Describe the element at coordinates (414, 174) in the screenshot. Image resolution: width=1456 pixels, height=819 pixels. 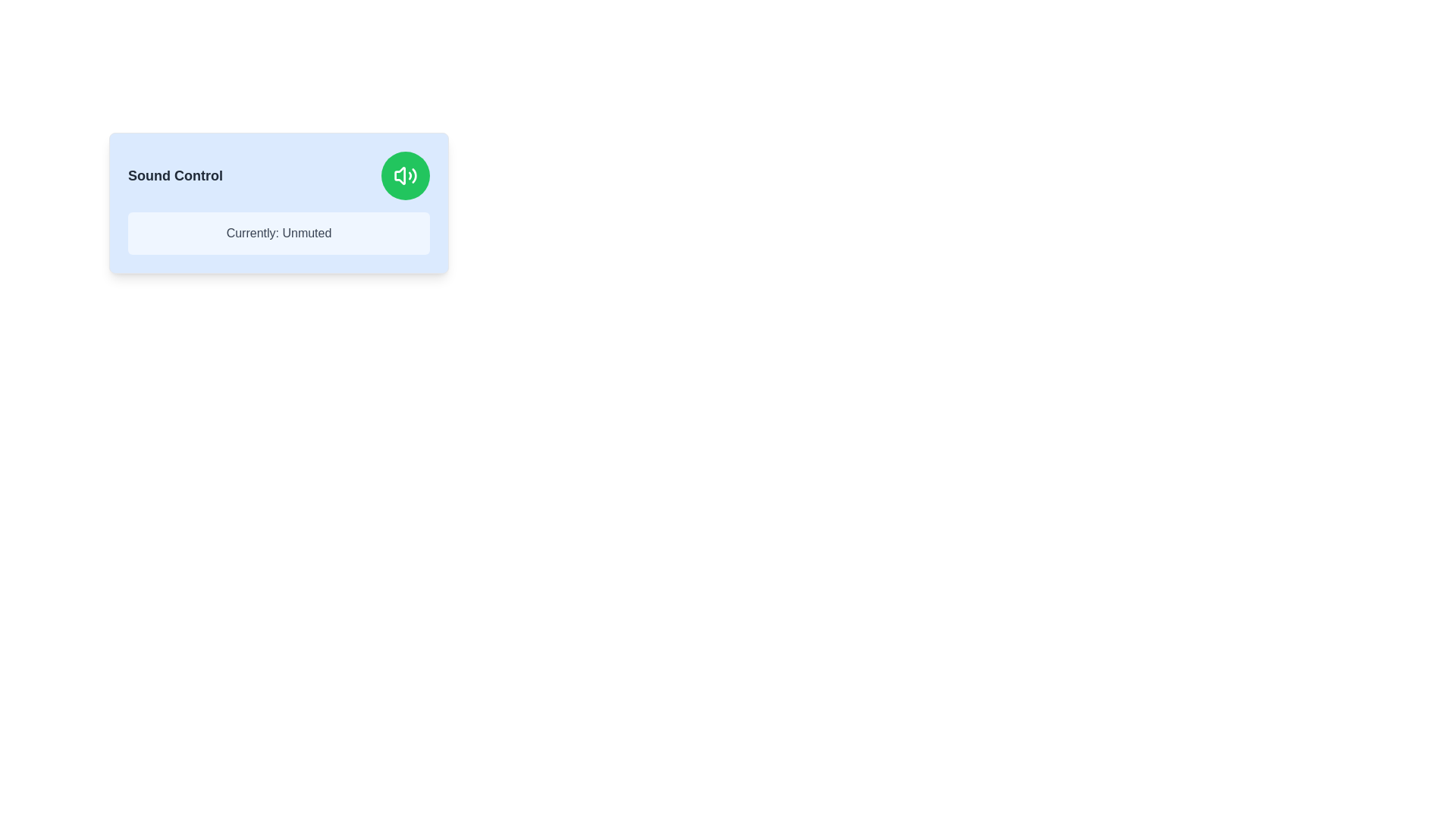
I see `the outermost sound wave arc within the sound control icon located at the top right corner of the 'Sound Control' card` at that location.